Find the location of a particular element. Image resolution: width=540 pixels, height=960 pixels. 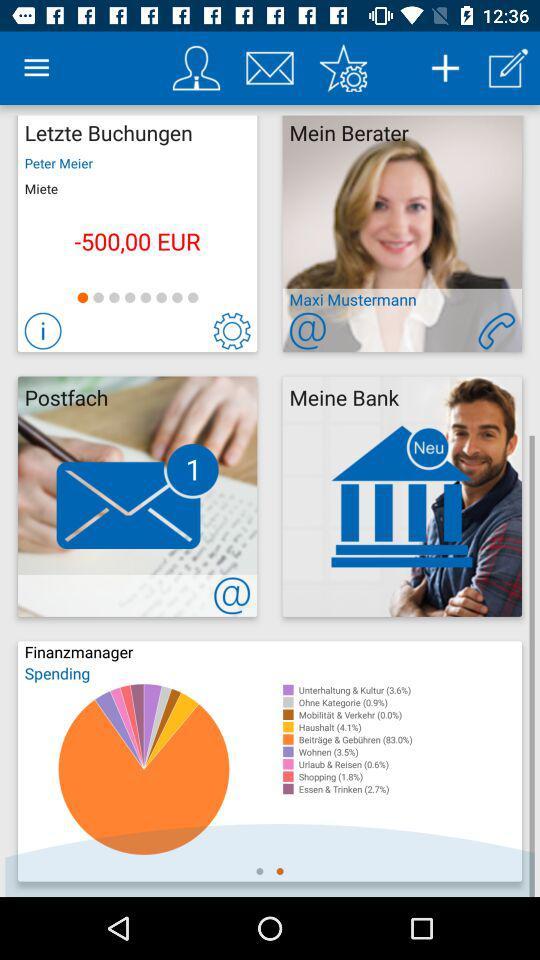

app setting is located at coordinates (342, 68).